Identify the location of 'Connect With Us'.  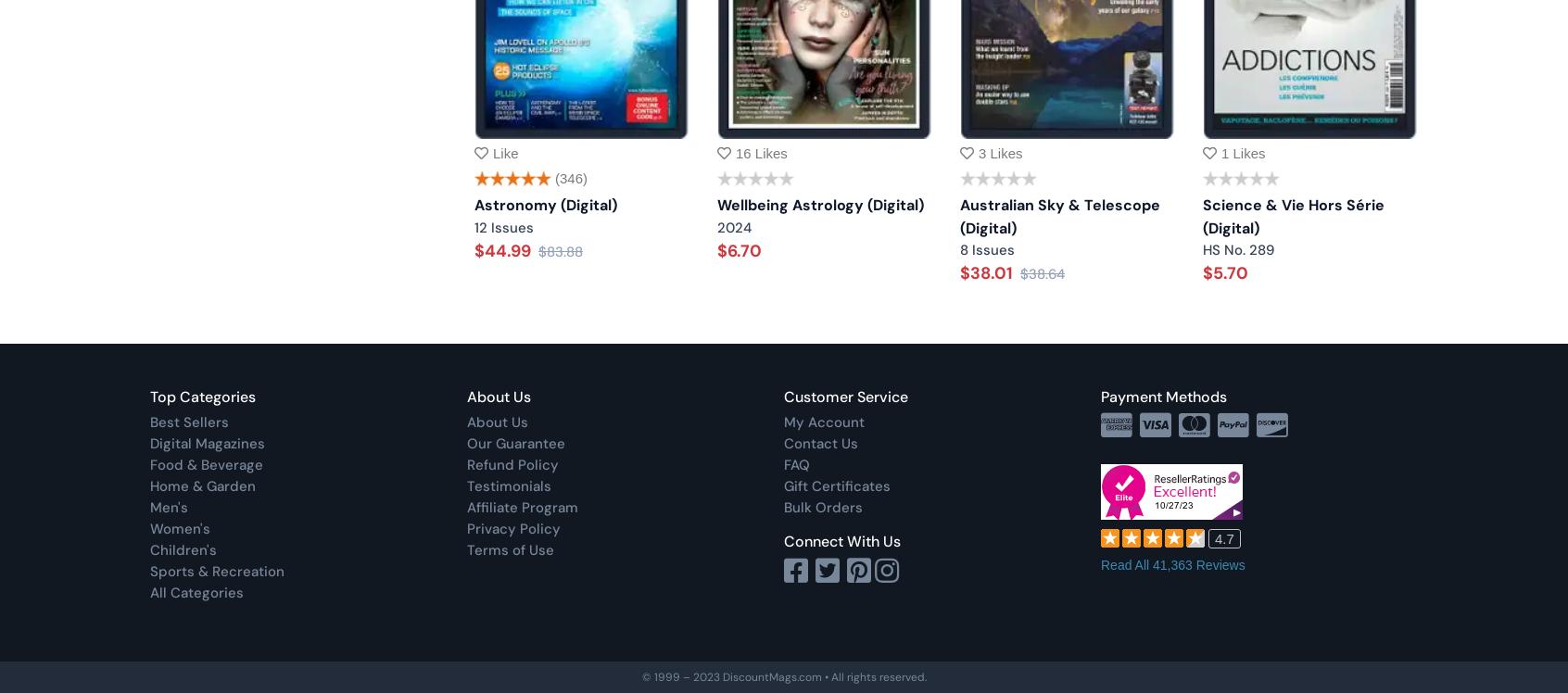
(841, 541).